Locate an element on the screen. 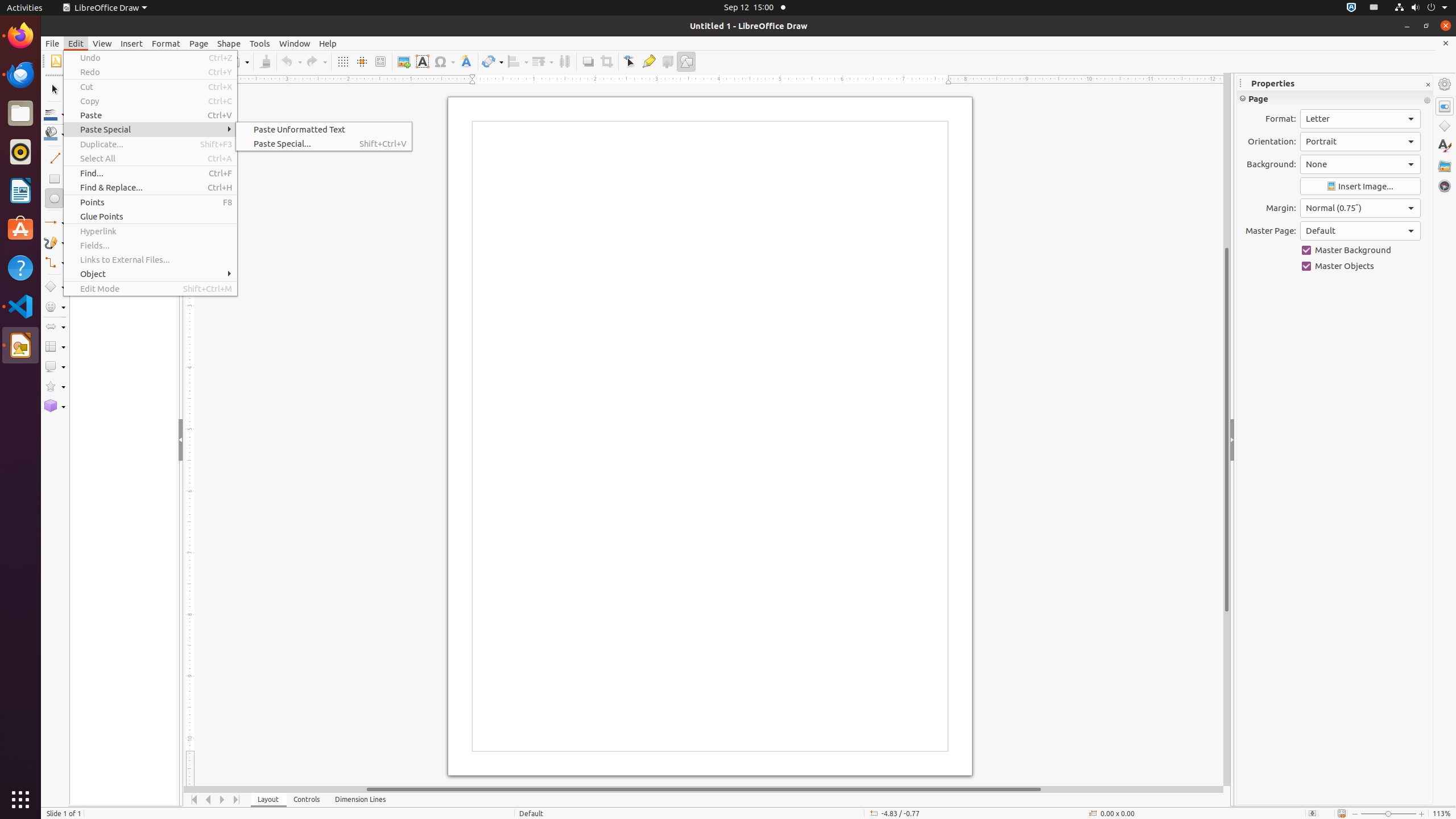  'Find & Replace...' is located at coordinates (150, 187).